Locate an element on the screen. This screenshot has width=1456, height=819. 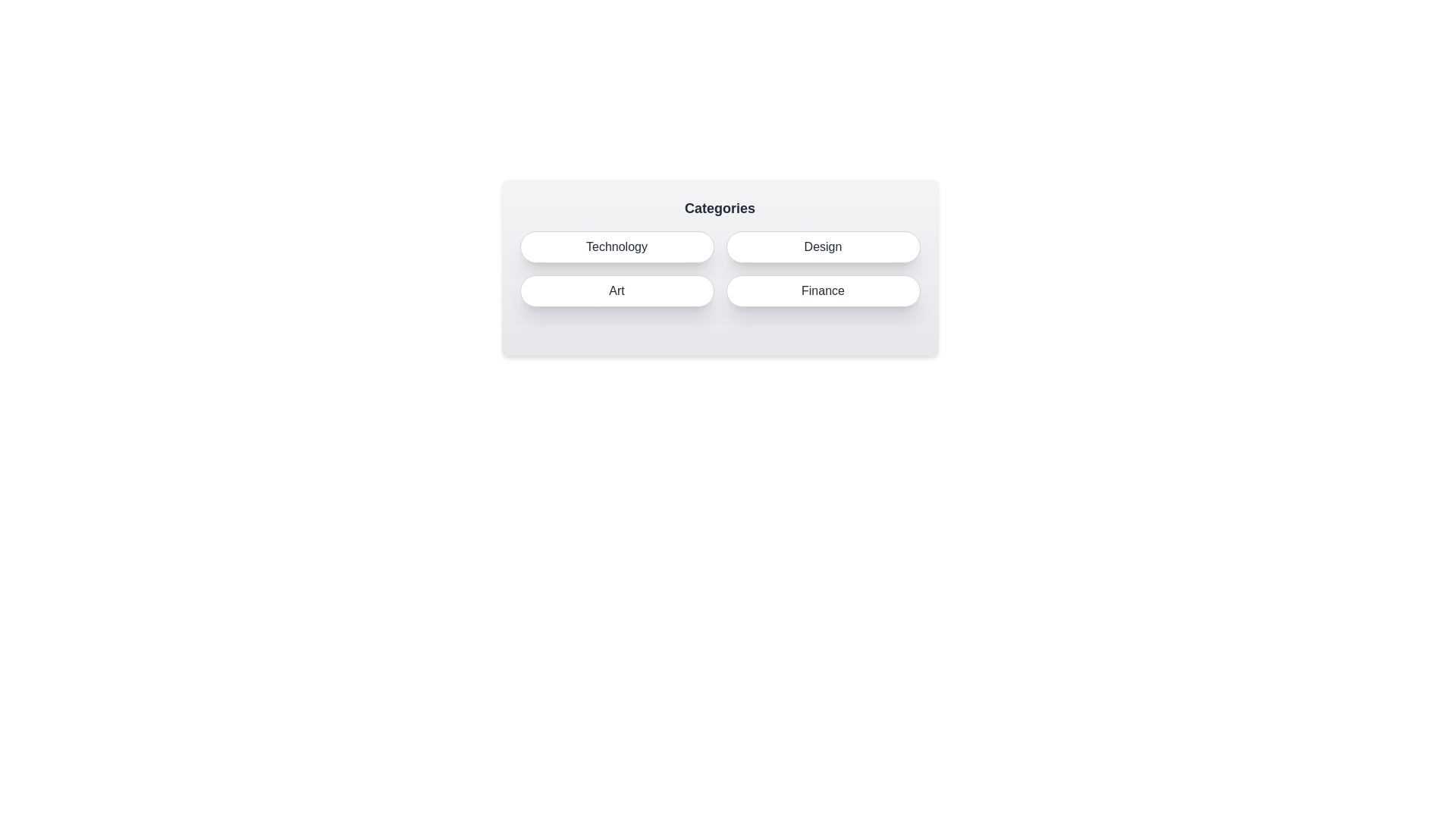
the Technology button to select it is located at coordinates (617, 246).